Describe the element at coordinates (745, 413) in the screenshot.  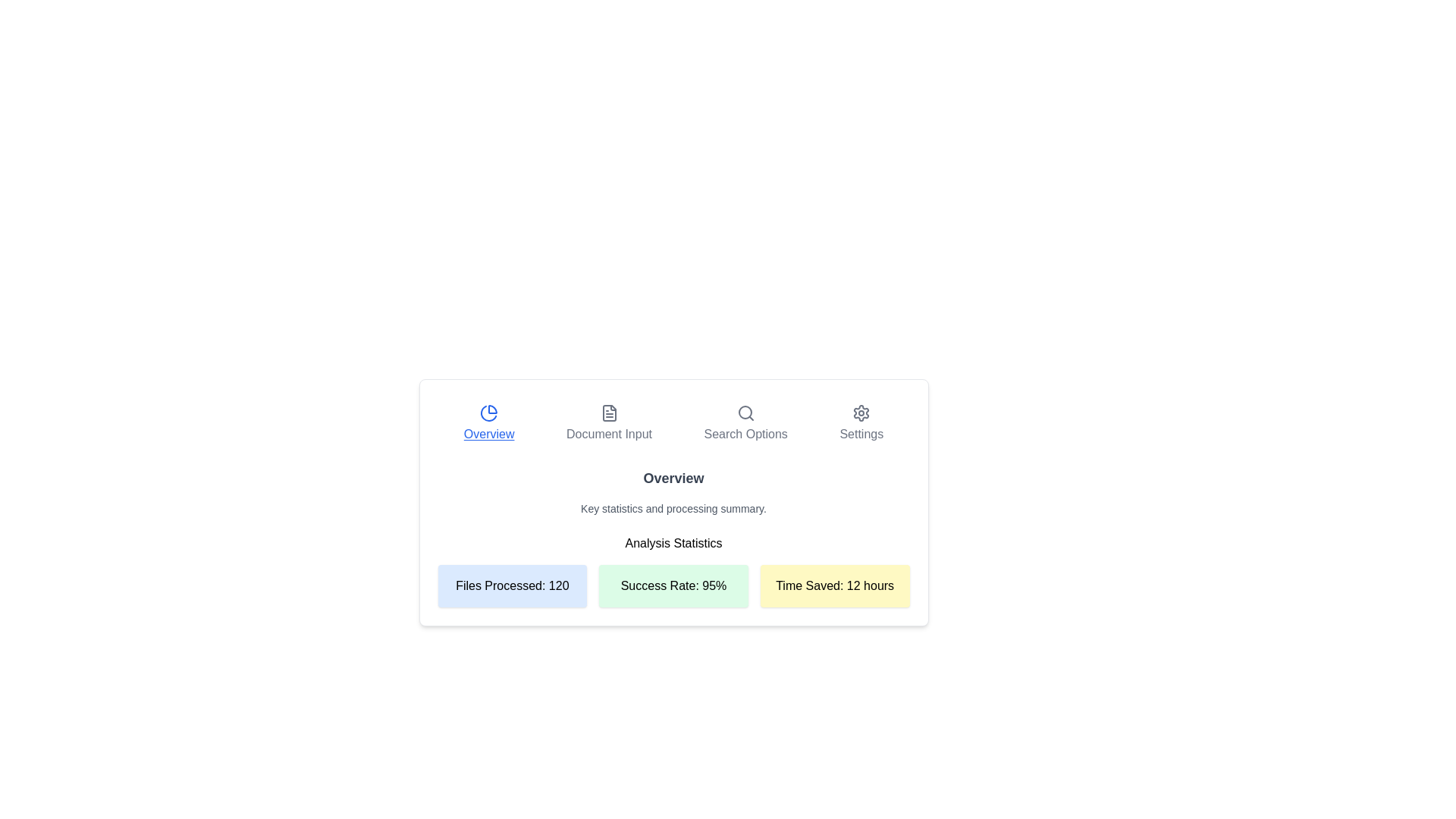
I see `the magnifying glass icon in the 'Search Options' item located in the top navigation bar` at that location.